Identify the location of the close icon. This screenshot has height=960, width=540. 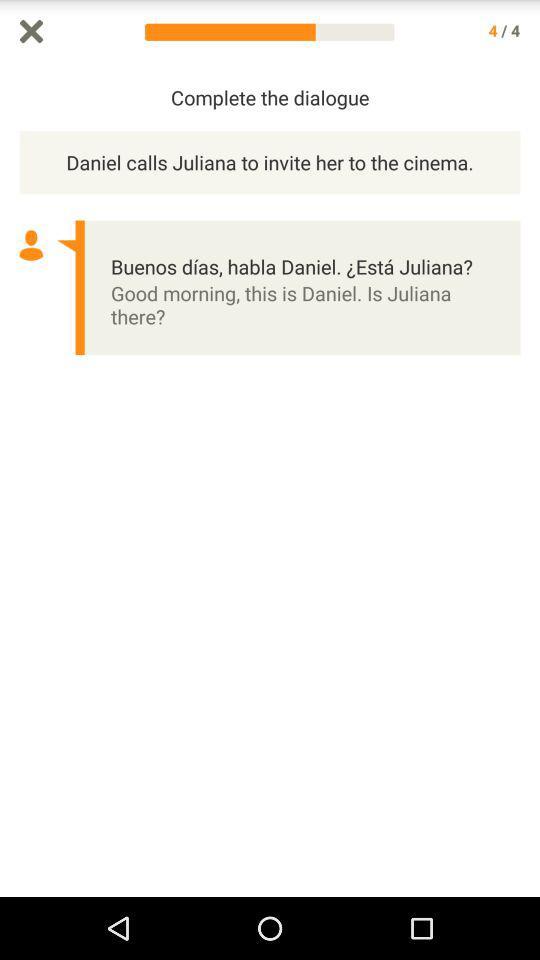
(30, 32).